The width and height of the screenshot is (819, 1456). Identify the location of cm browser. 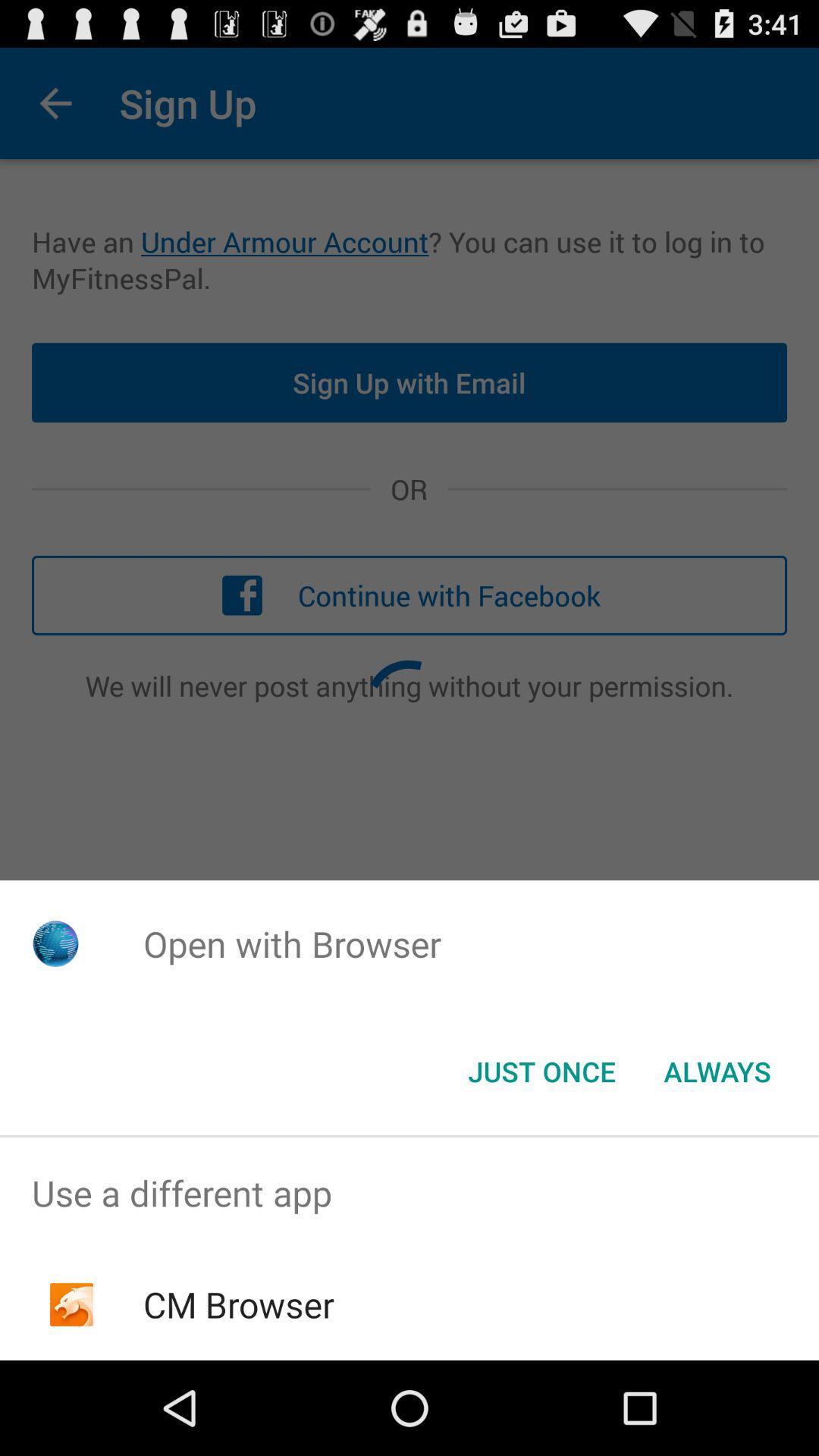
(239, 1304).